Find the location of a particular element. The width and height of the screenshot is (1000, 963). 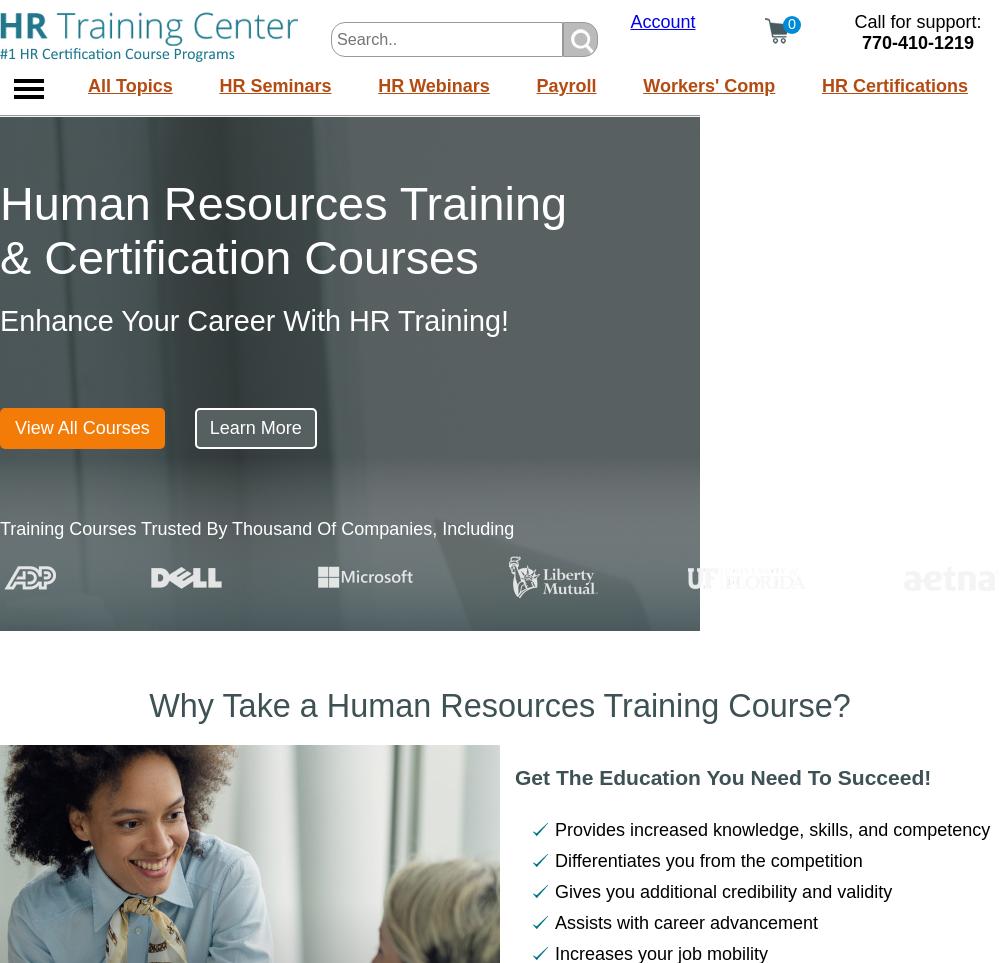

'HR Seminars' is located at coordinates (275, 85).